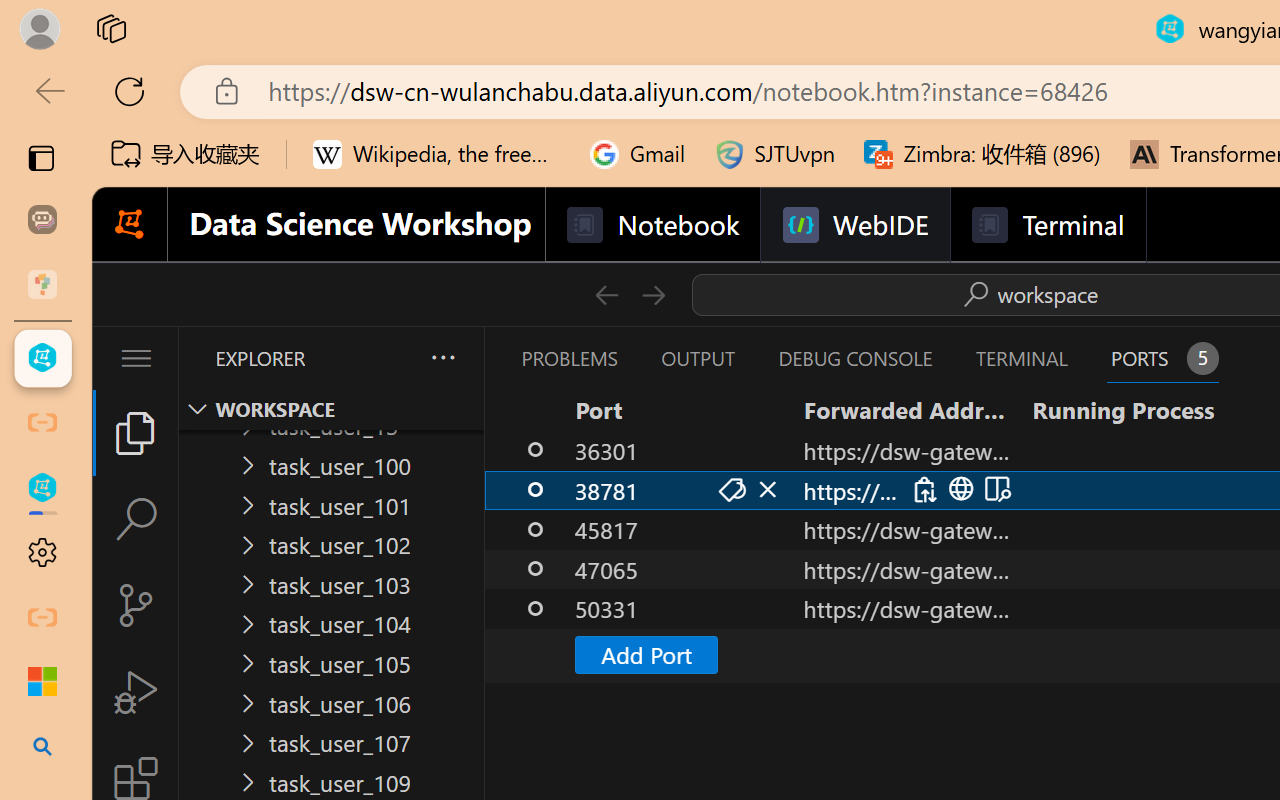 The width and height of the screenshot is (1280, 800). I want to click on 'Stop Forwarding Port (Delete)', so click(765, 489).